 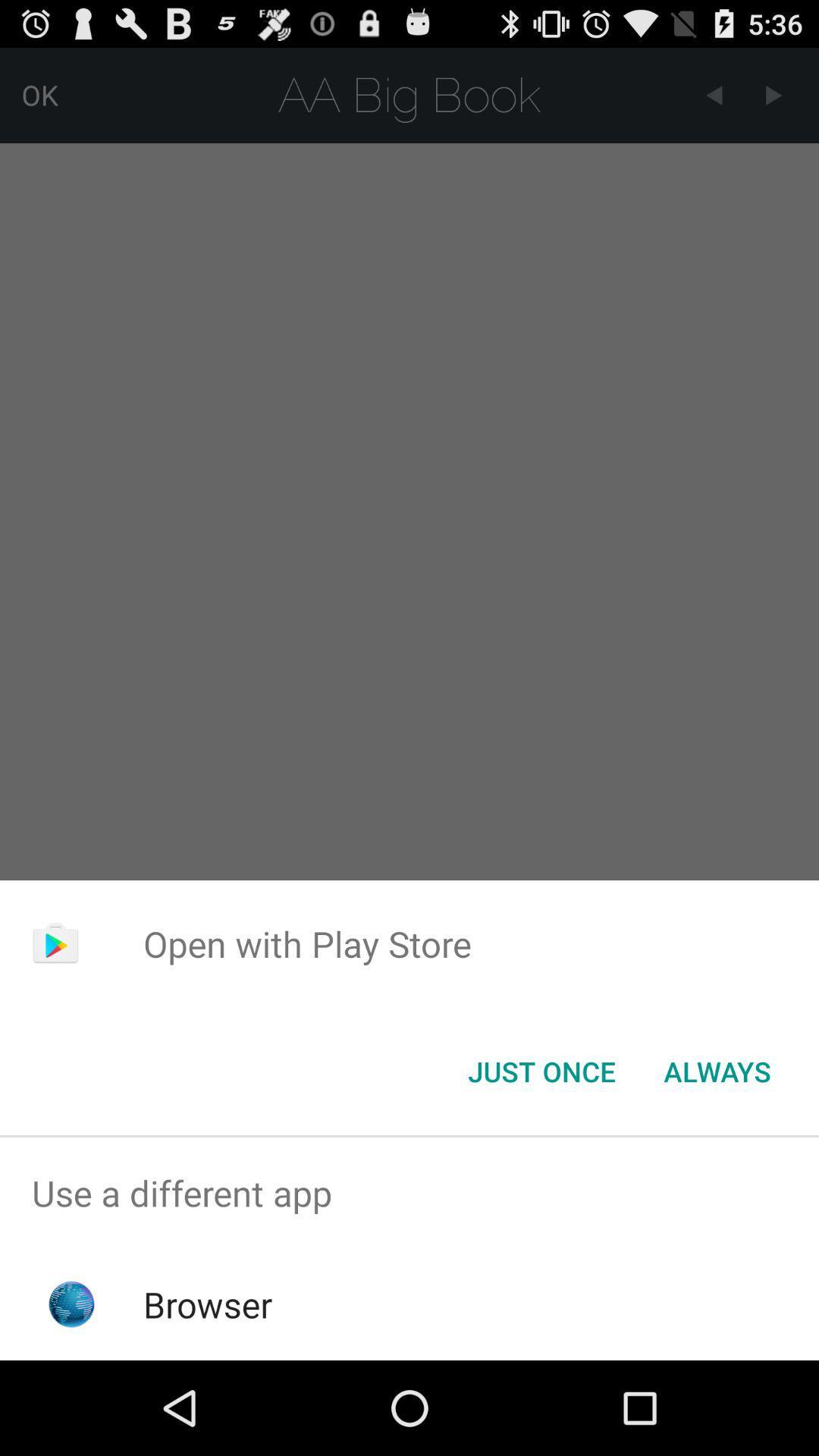 I want to click on the icon above the browser app, so click(x=409, y=1192).